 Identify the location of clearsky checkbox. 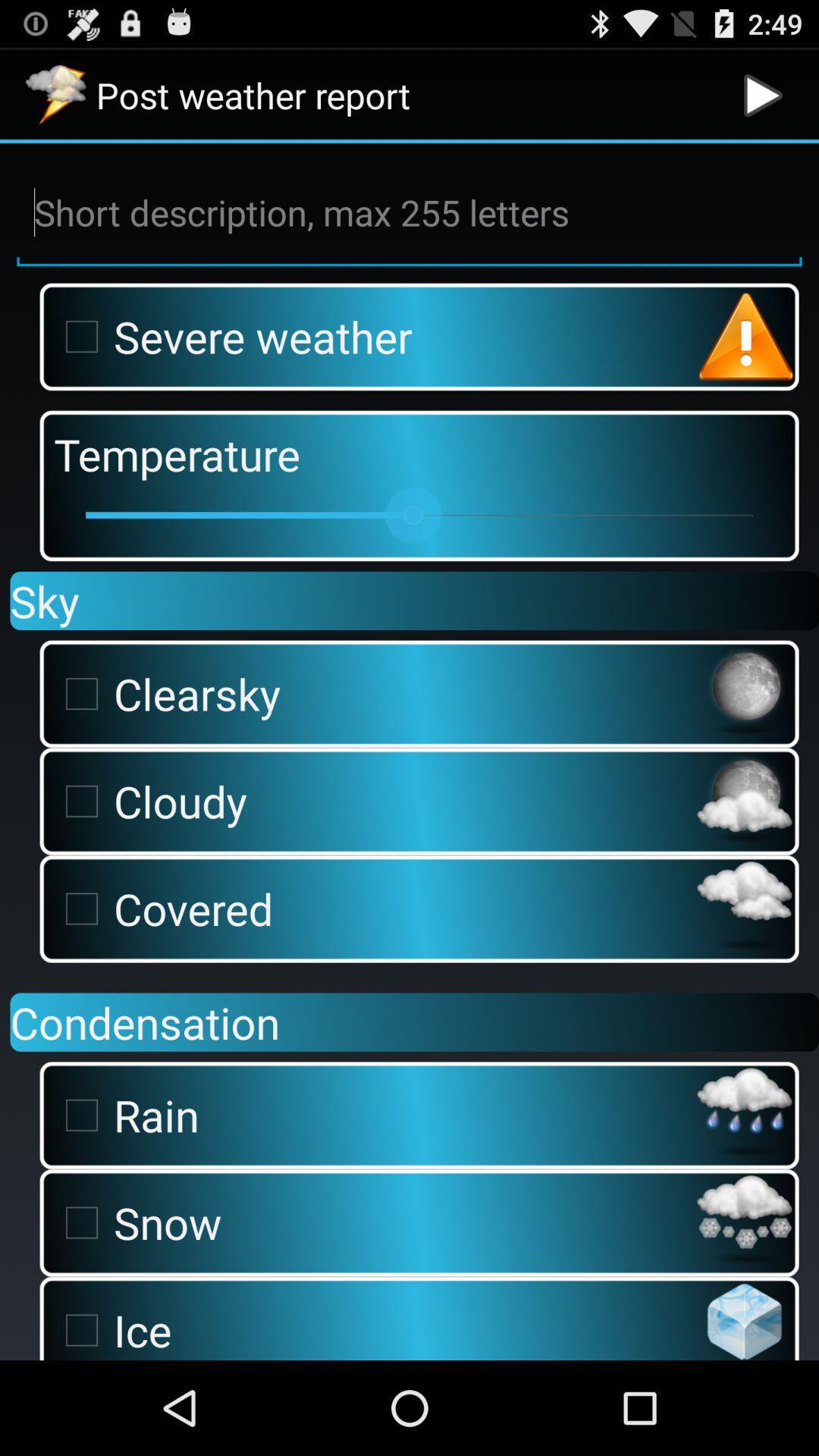
(371, 693).